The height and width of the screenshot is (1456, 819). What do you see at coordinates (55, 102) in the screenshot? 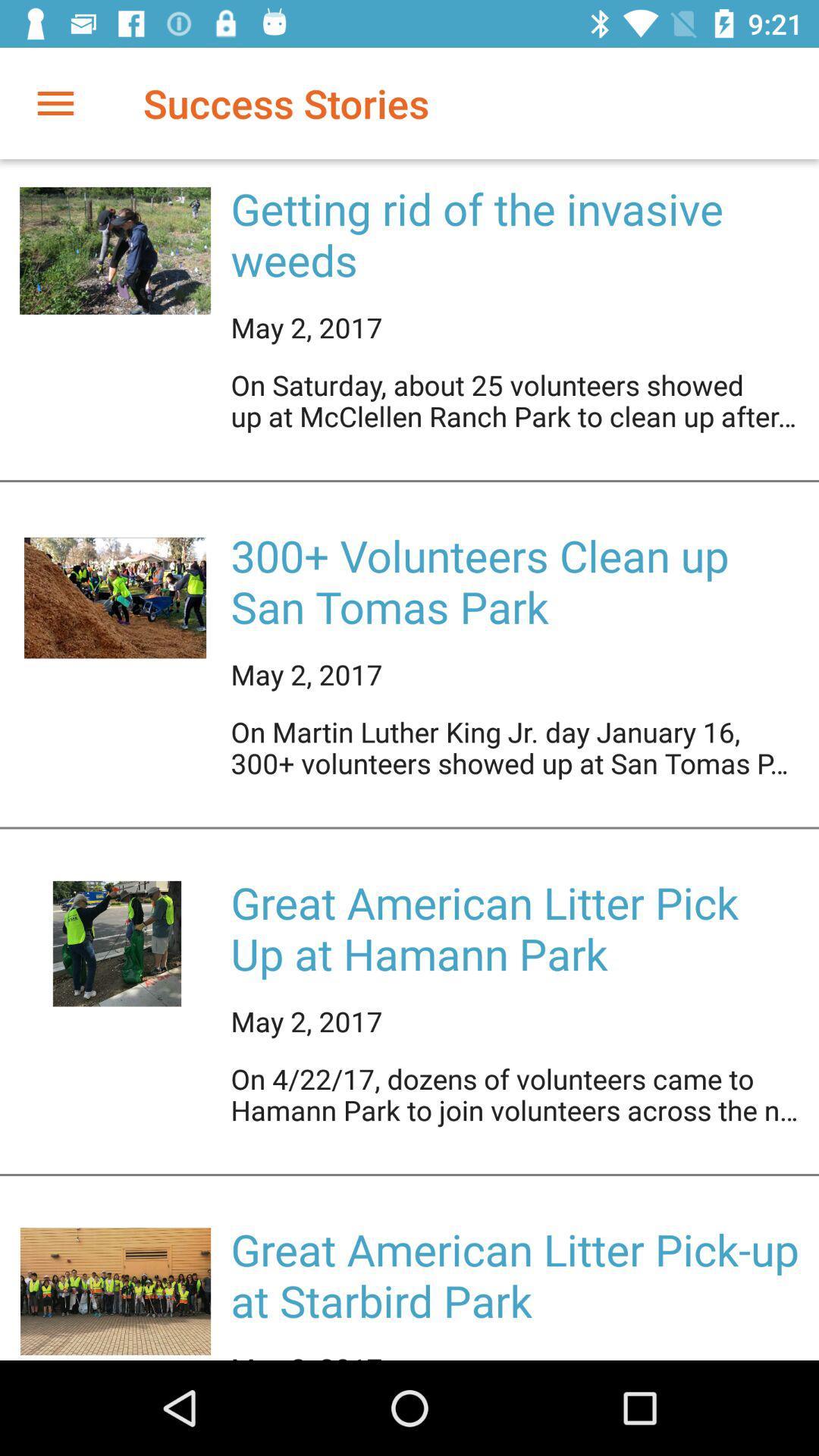
I see `more options` at bounding box center [55, 102].